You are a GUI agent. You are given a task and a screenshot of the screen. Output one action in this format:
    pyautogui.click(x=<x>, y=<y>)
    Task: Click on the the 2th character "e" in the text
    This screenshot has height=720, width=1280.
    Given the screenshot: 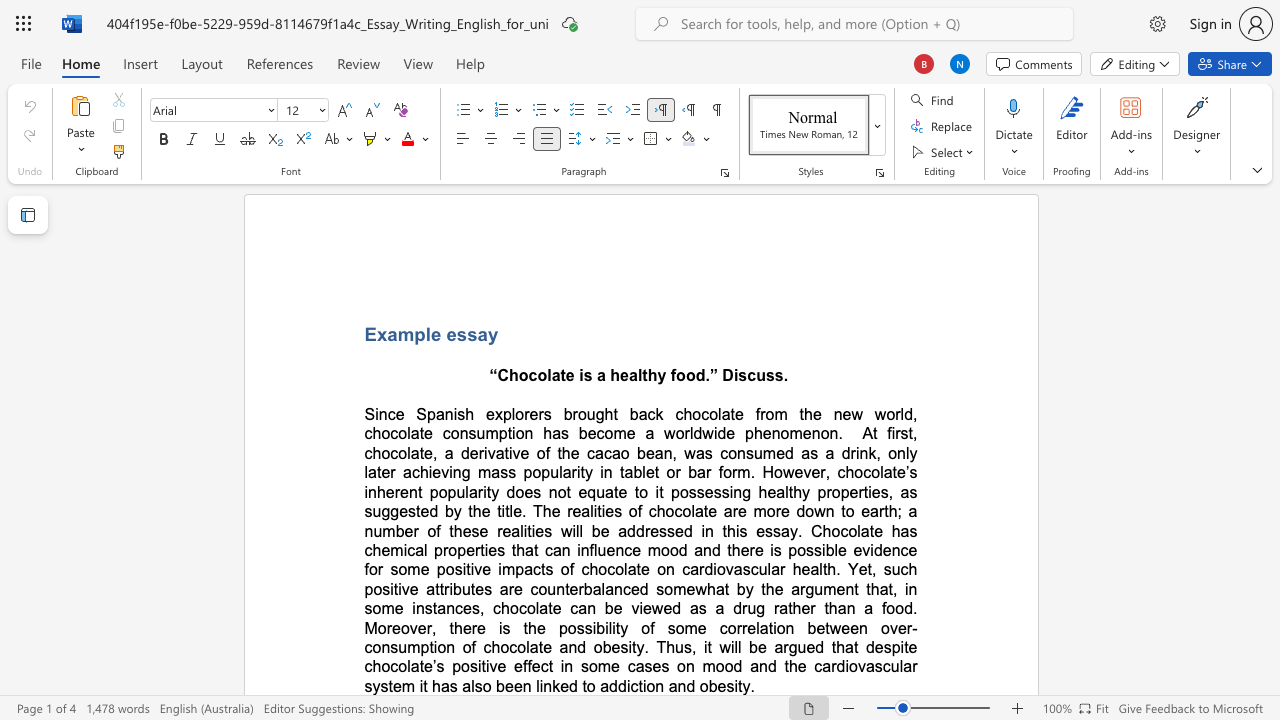 What is the action you would take?
    pyautogui.click(x=450, y=333)
    